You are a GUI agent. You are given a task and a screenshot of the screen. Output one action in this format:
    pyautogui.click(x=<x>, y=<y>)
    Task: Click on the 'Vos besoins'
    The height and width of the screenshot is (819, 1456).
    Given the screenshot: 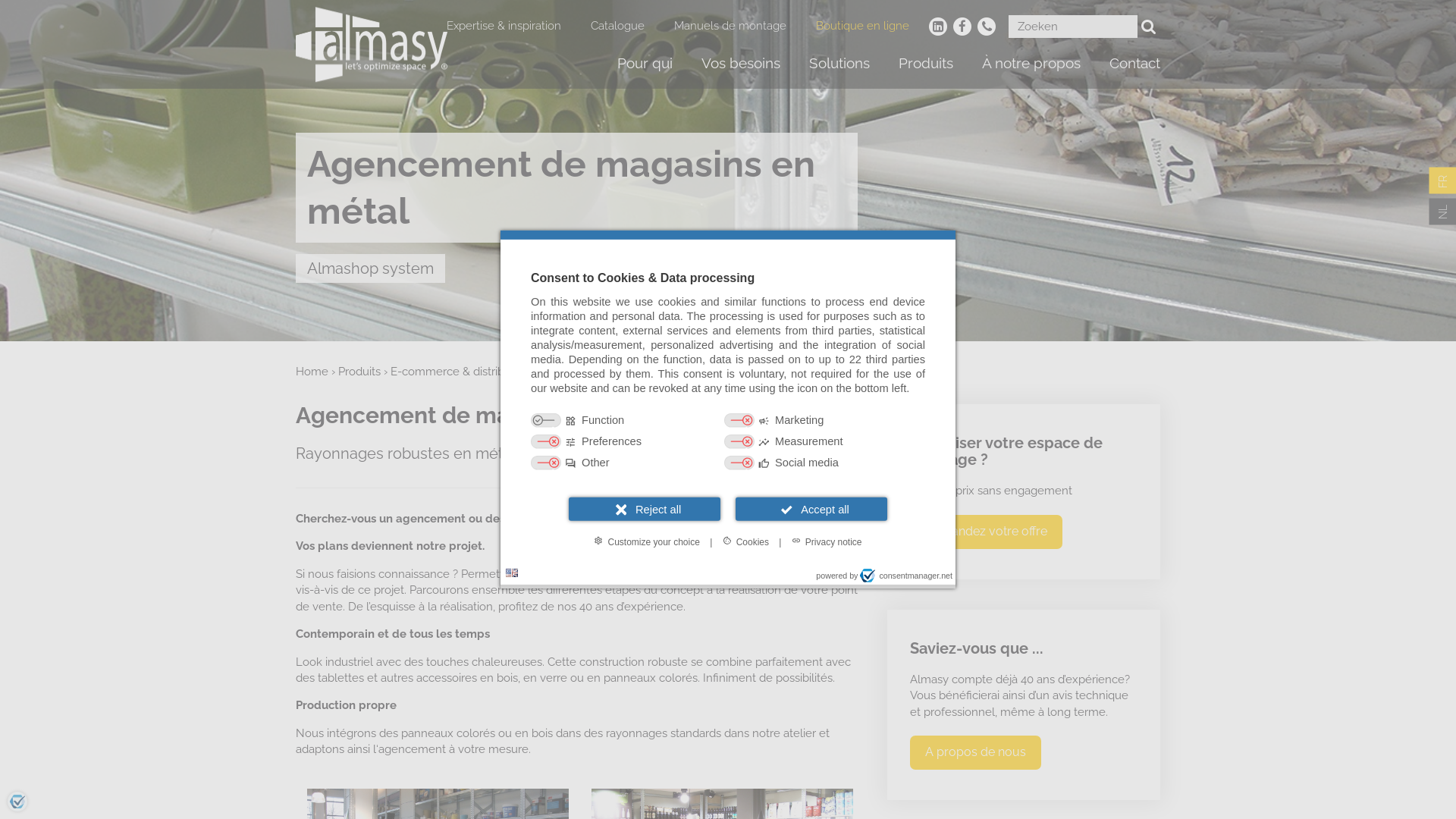 What is the action you would take?
    pyautogui.click(x=741, y=62)
    